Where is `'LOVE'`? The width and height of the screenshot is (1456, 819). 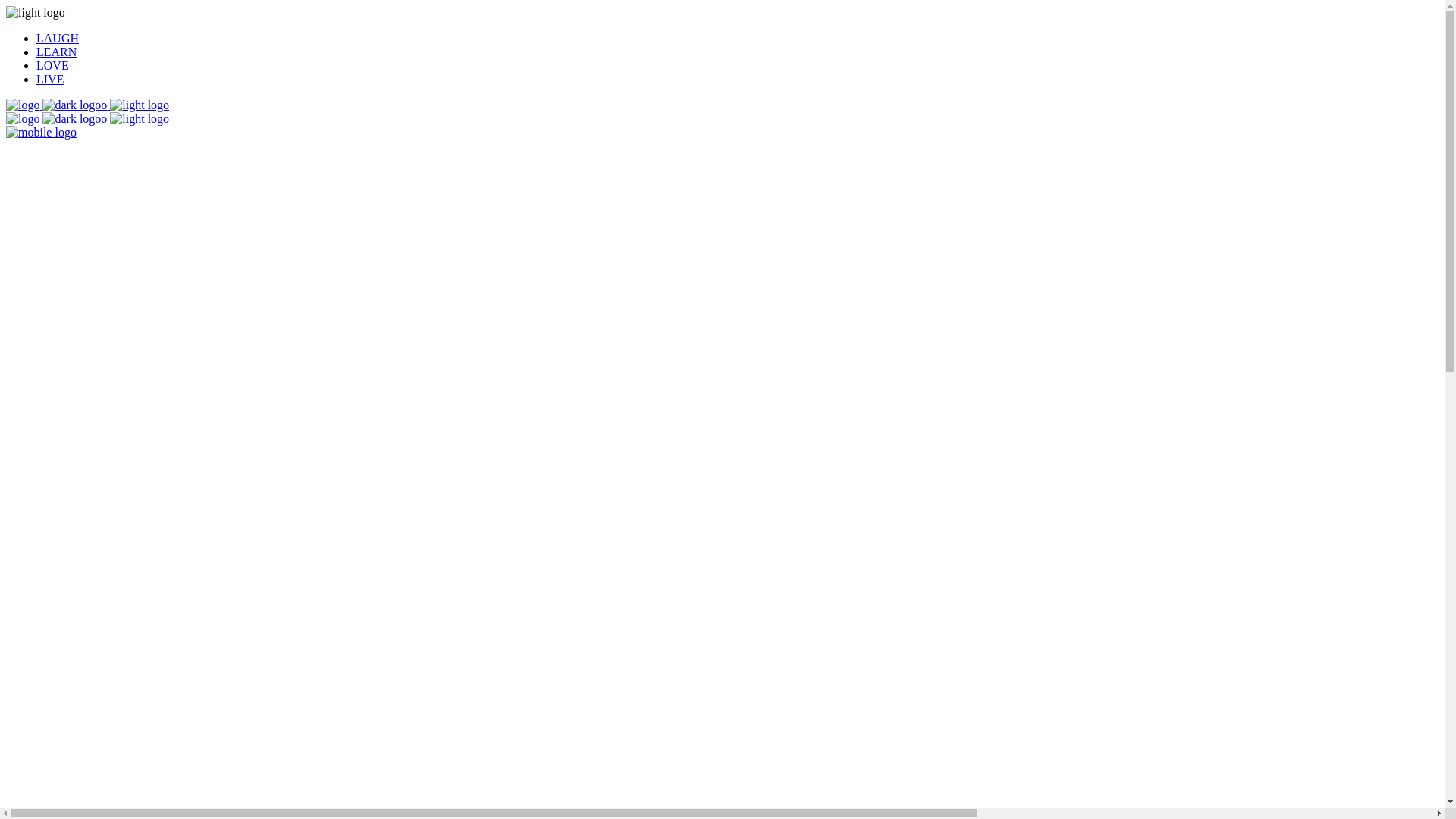
'LOVE' is located at coordinates (52, 64).